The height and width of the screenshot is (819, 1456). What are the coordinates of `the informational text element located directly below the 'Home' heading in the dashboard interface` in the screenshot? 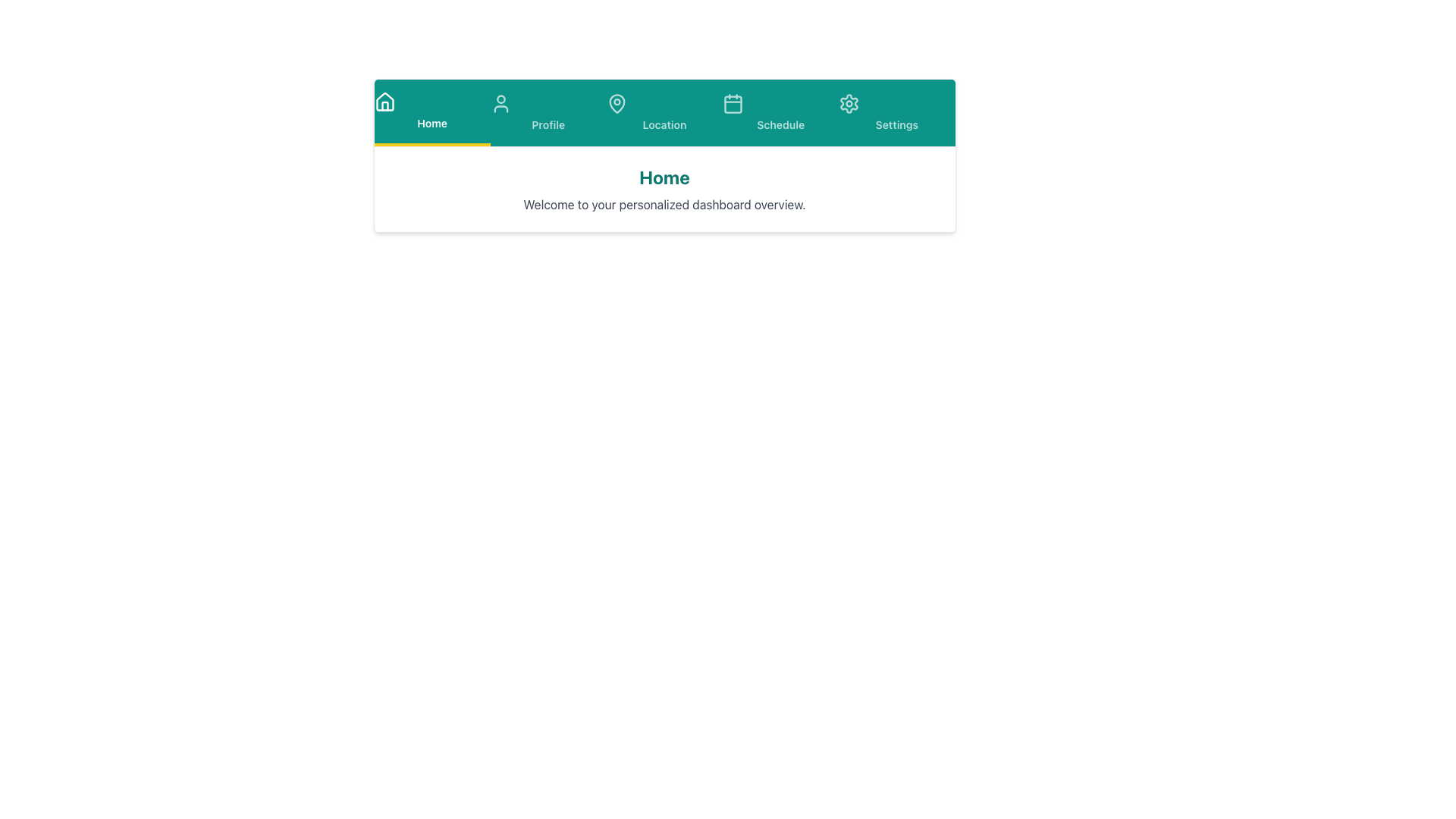 It's located at (664, 205).